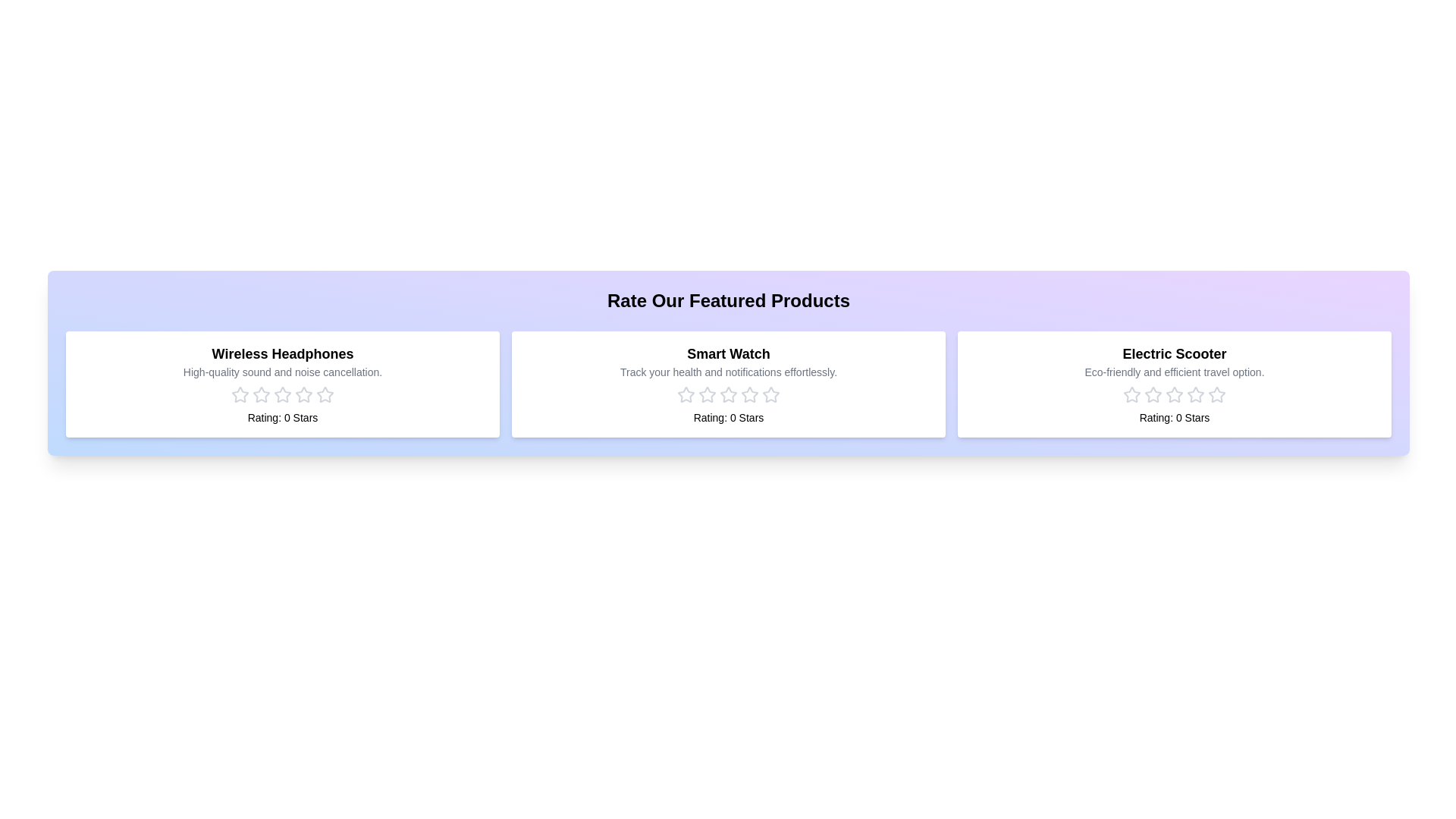 This screenshot has width=1456, height=819. What do you see at coordinates (1153, 394) in the screenshot?
I see `the rating for the product 'Electric Scooter' to 2 stars by clicking on the corresponding star` at bounding box center [1153, 394].